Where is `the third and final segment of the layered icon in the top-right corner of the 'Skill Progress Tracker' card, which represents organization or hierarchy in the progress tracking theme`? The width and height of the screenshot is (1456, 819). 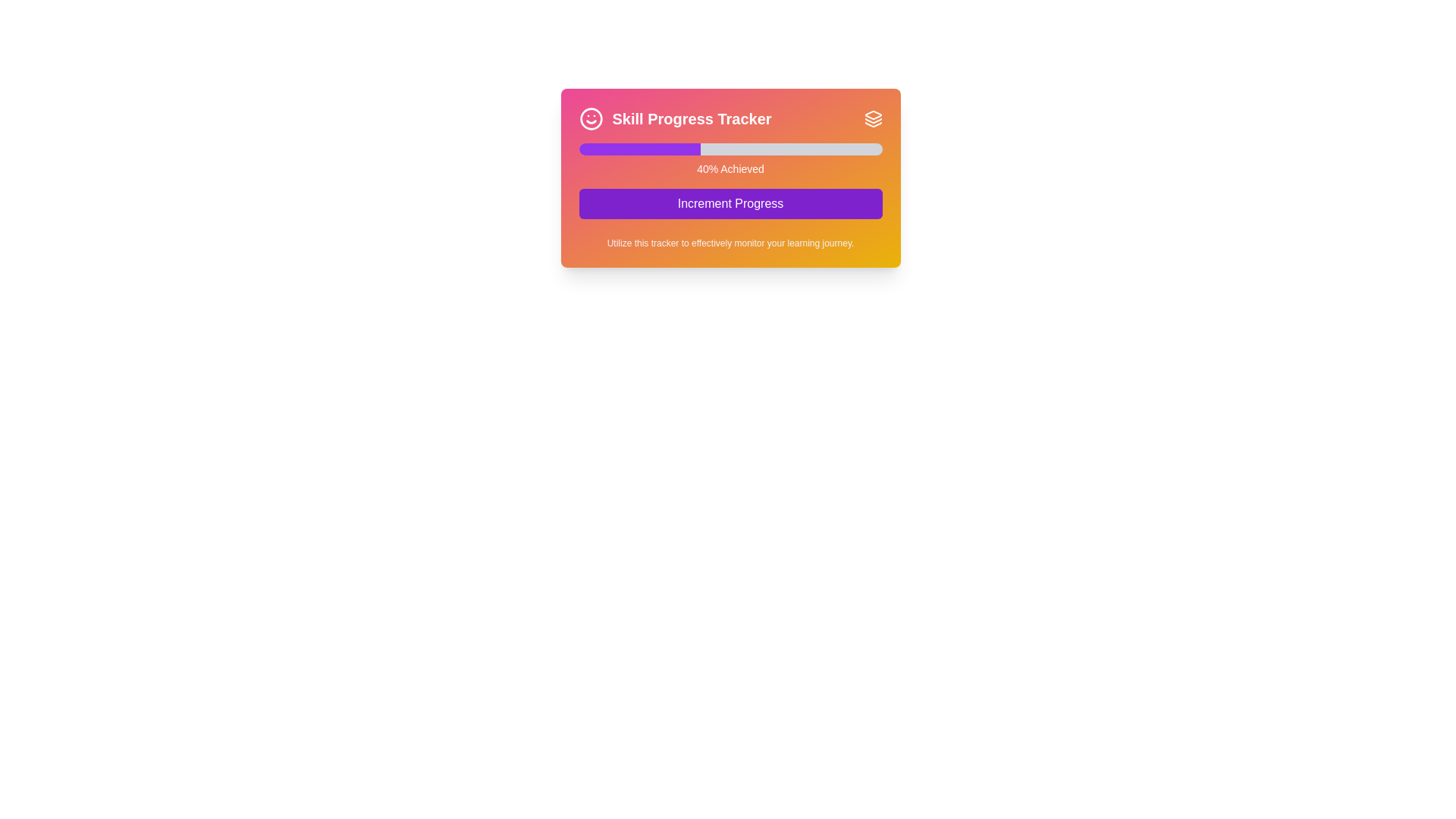 the third and final segment of the layered icon in the top-right corner of the 'Skill Progress Tracker' card, which represents organization or hierarchy in the progress tracking theme is located at coordinates (873, 124).